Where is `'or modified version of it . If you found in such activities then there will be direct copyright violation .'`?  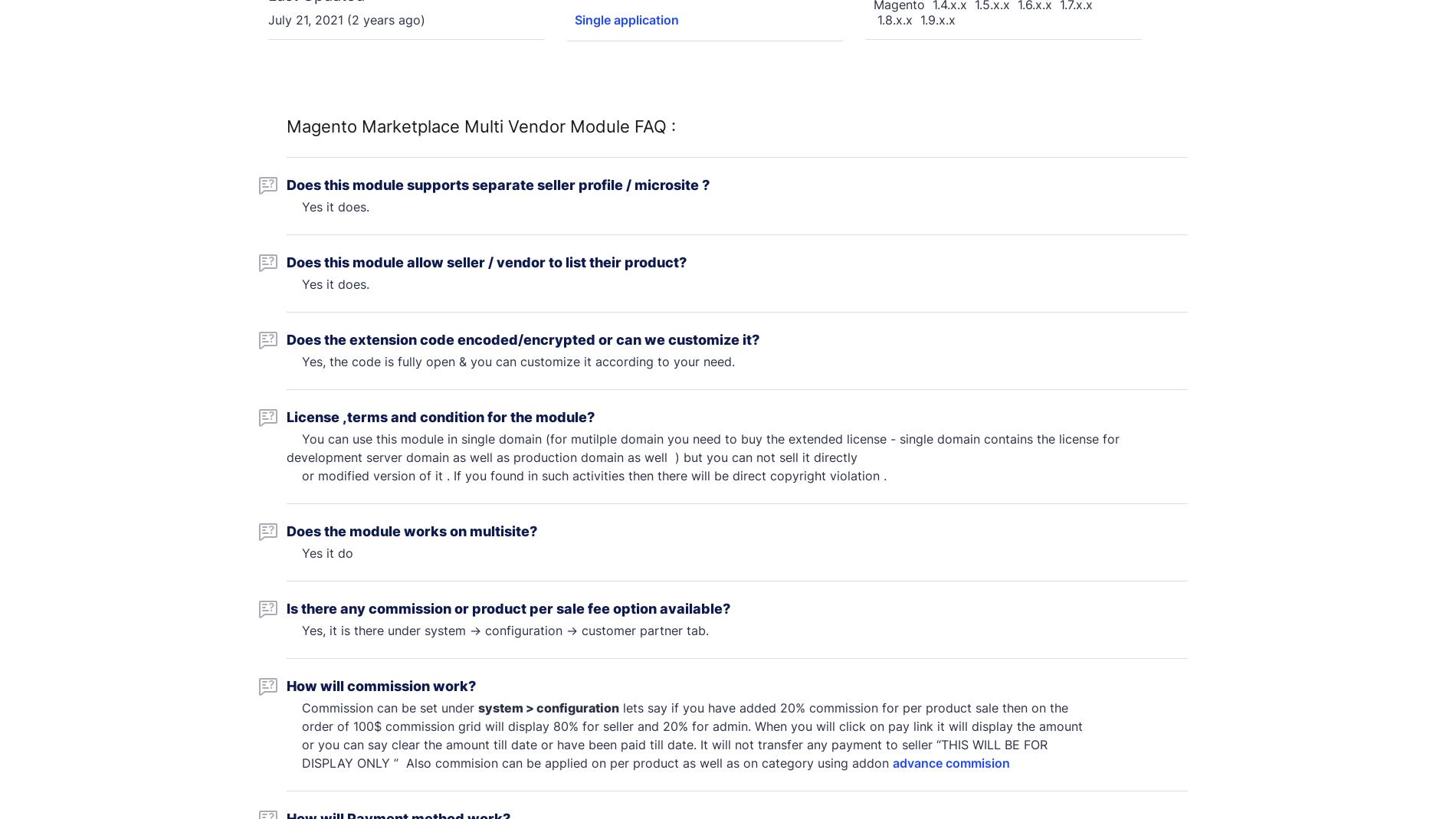 'or modified version of it . If you found in such activities then there will be direct copyright violation .' is located at coordinates (587, 475).